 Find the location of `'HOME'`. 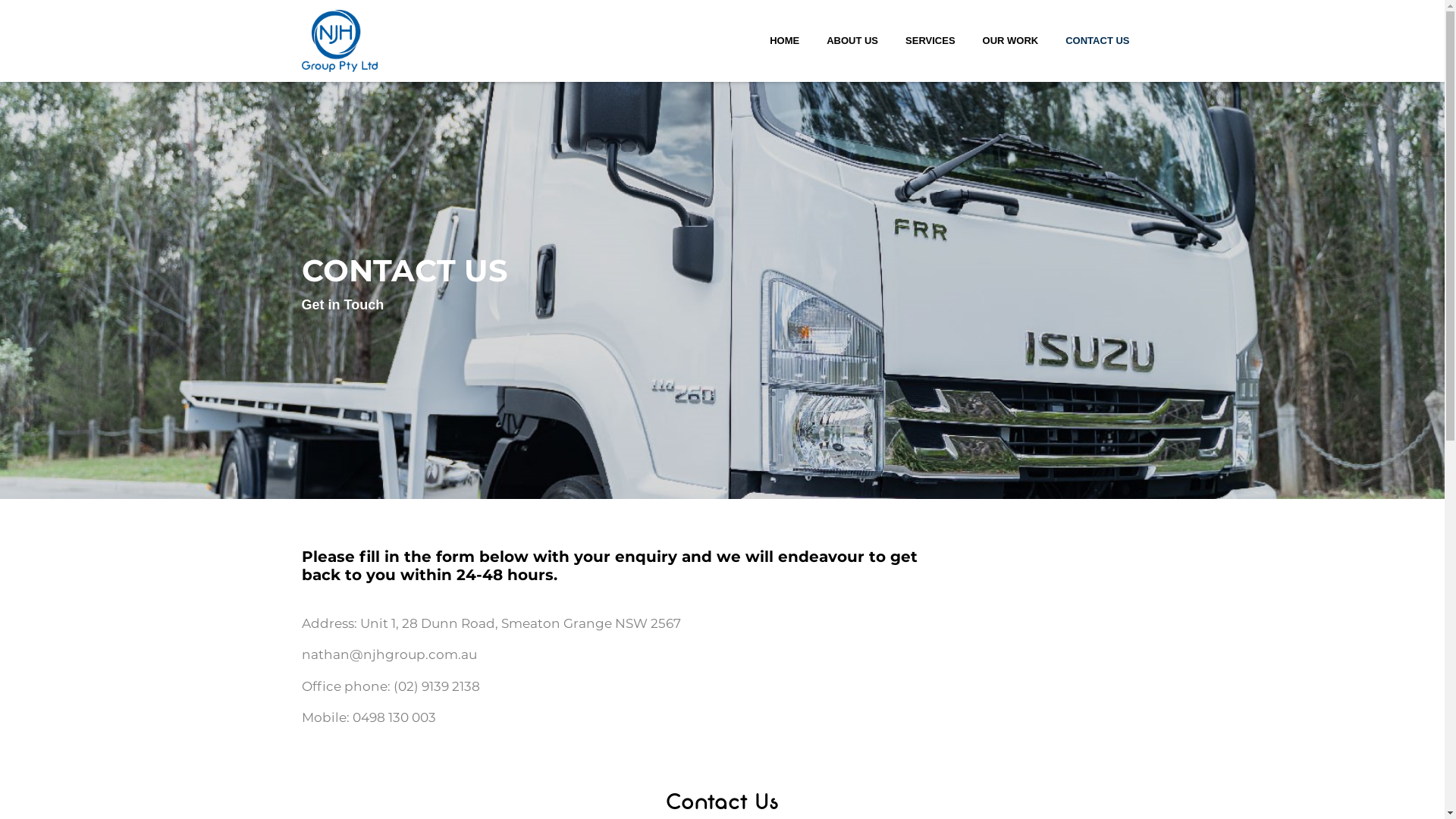

'HOME' is located at coordinates (784, 40).